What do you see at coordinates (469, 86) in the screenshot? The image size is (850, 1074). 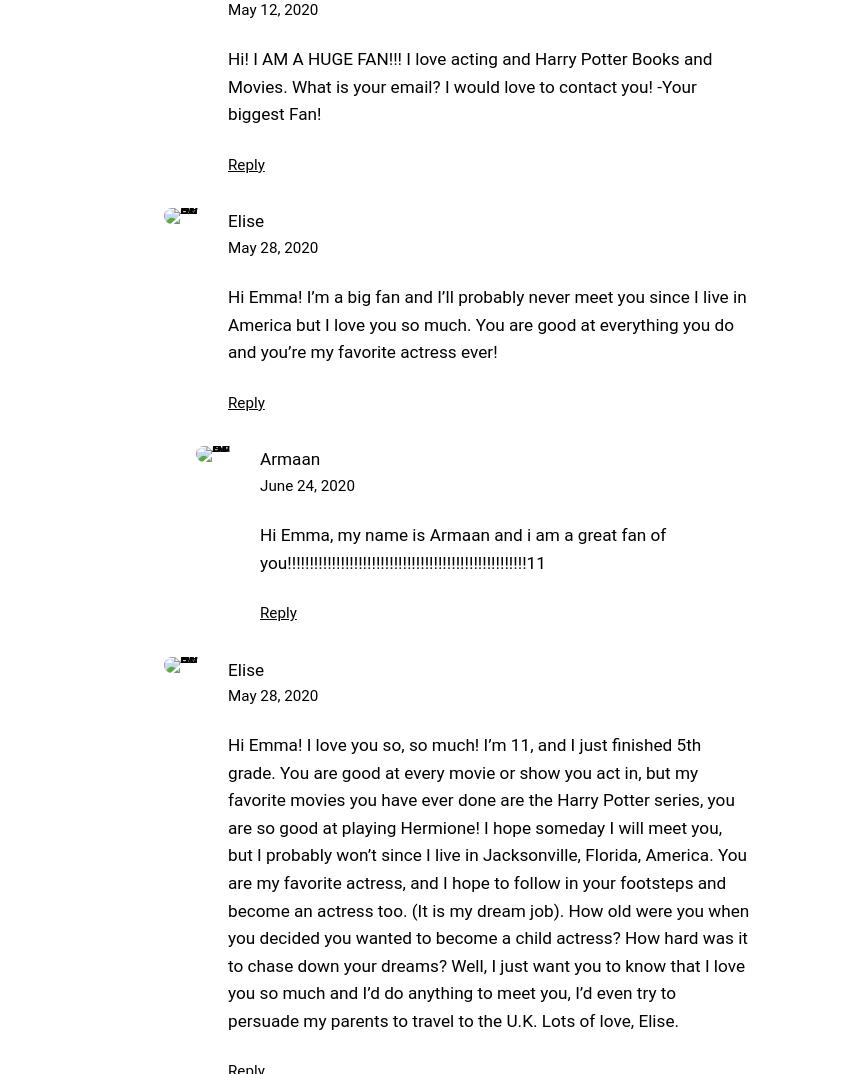 I see `'Hi! I AM A HUGE FAN!!! I love acting and Harry Potter Books and Movies. What is your email? I would love to contact you! -Your biggest Fan!'` at bounding box center [469, 86].